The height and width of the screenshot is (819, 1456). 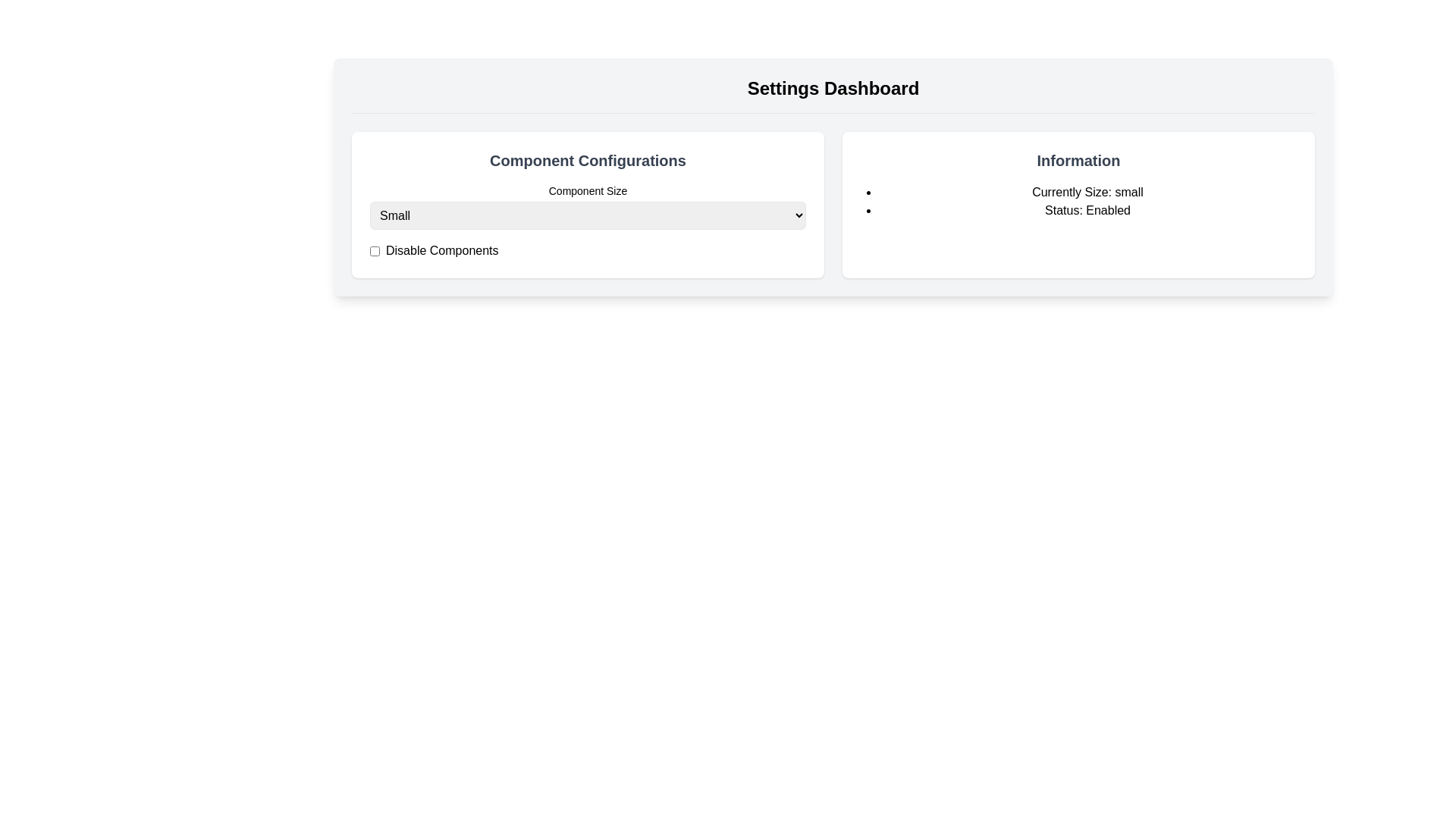 I want to click on the static text display element that conveys the status information of the component, which currently shows 'Enabled', located below the 'Currently Size: small' item in the right panel under the 'Information' section, so click(x=1087, y=210).